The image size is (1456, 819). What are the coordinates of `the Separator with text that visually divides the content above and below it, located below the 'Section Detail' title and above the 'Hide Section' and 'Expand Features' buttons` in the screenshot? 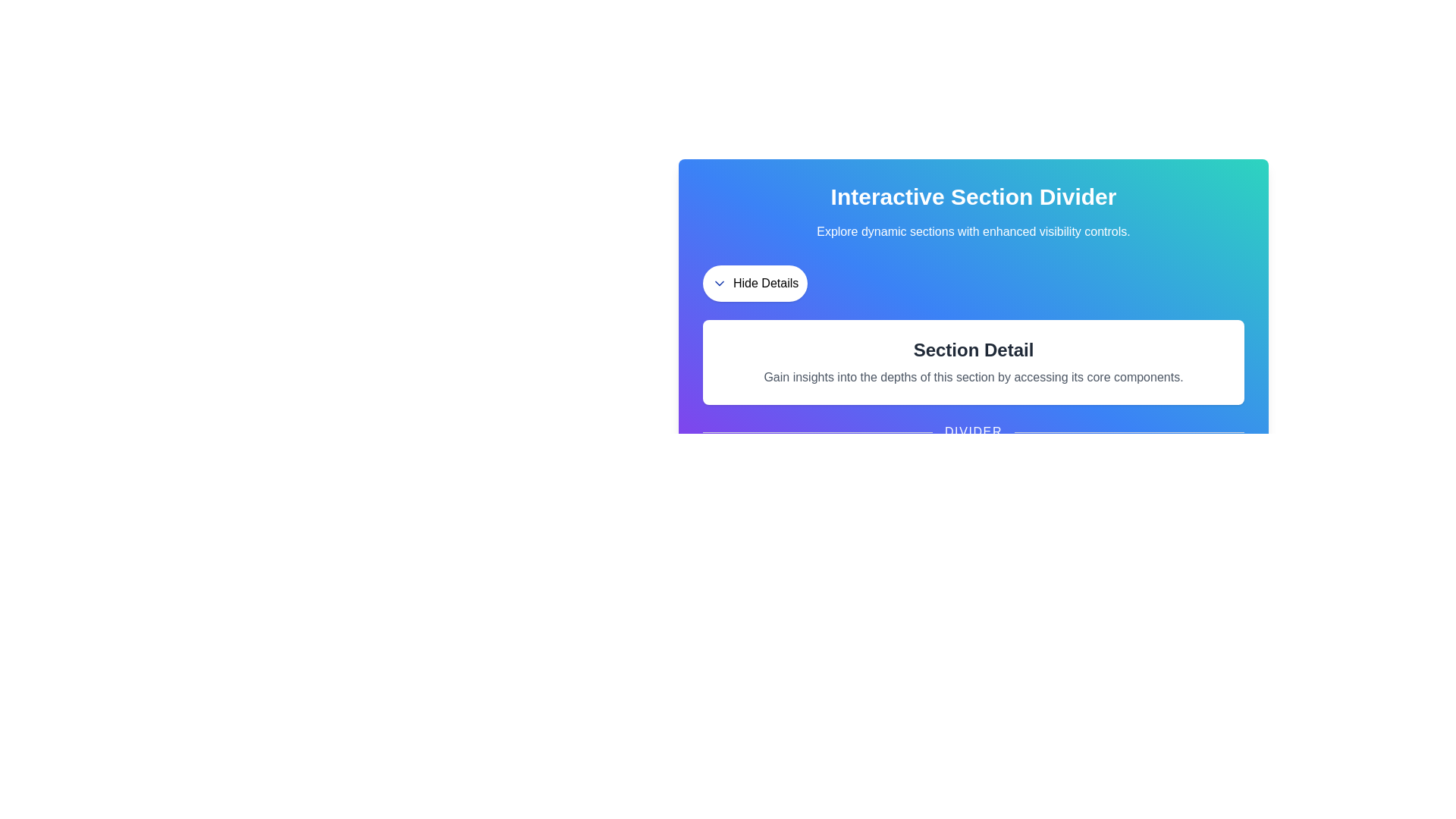 It's located at (973, 432).